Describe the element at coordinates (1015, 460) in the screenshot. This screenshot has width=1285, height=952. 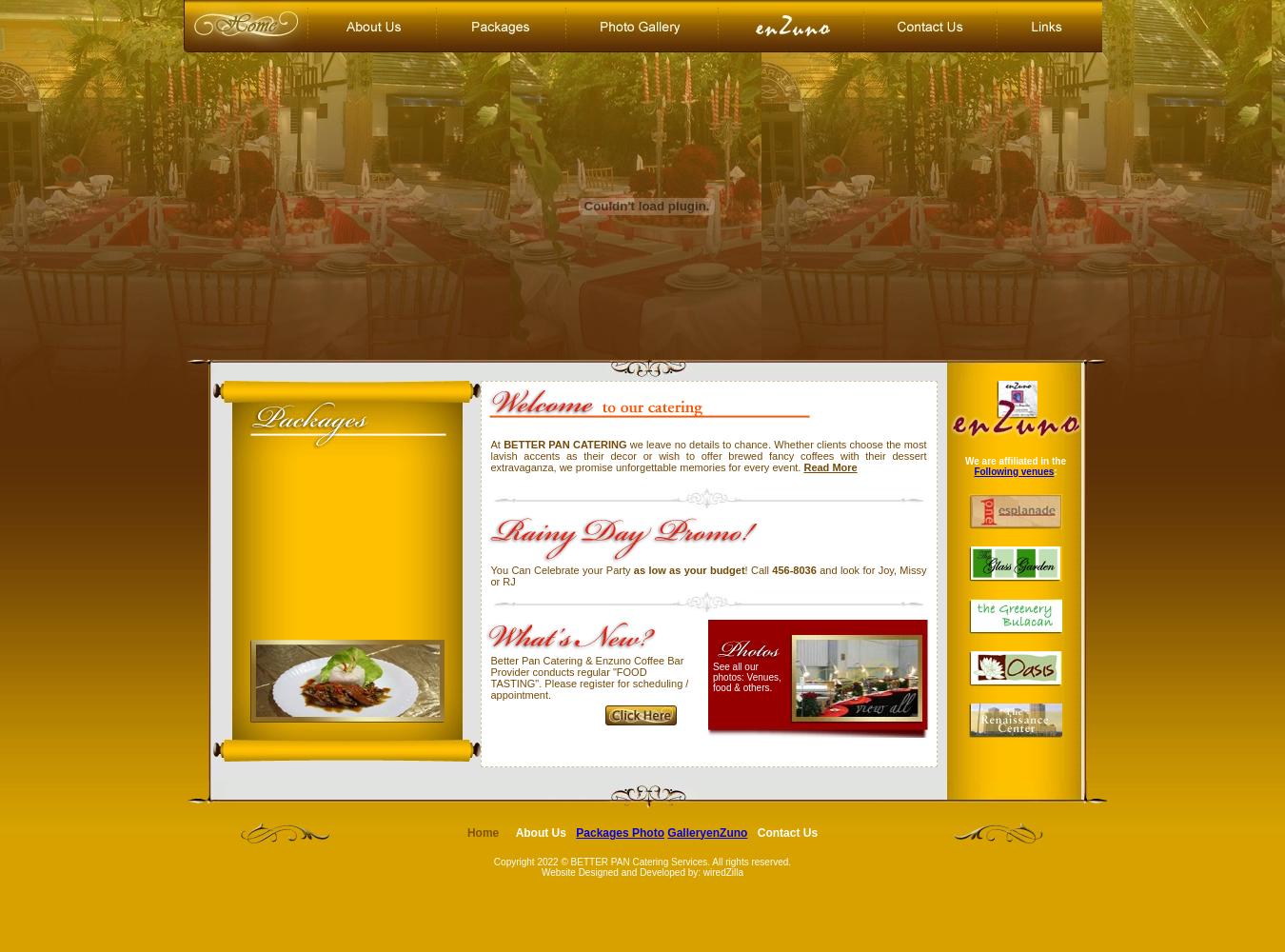
I see `'We are affiliated in the'` at that location.